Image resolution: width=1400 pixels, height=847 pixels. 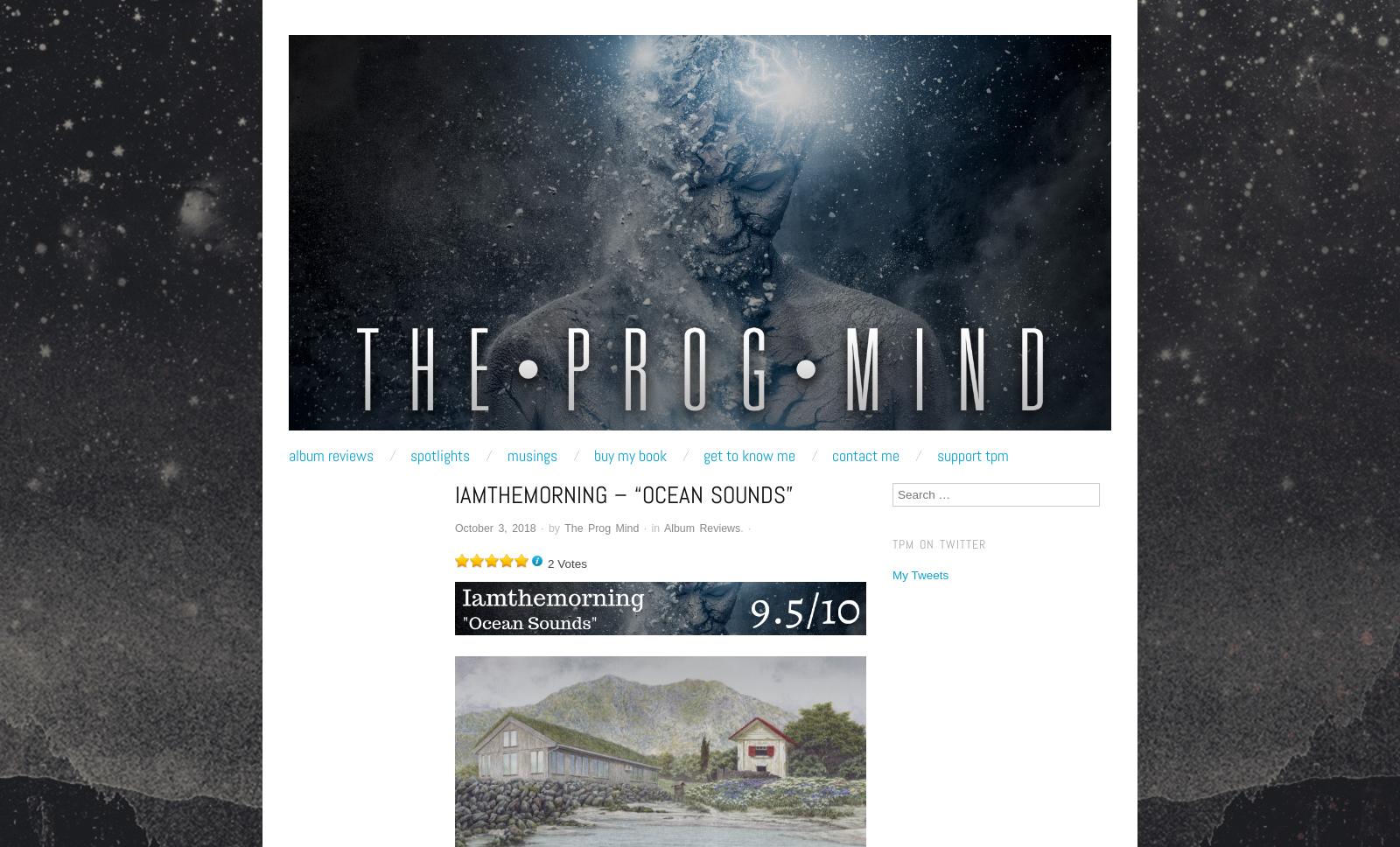 What do you see at coordinates (654, 527) in the screenshot?
I see `'in'` at bounding box center [654, 527].